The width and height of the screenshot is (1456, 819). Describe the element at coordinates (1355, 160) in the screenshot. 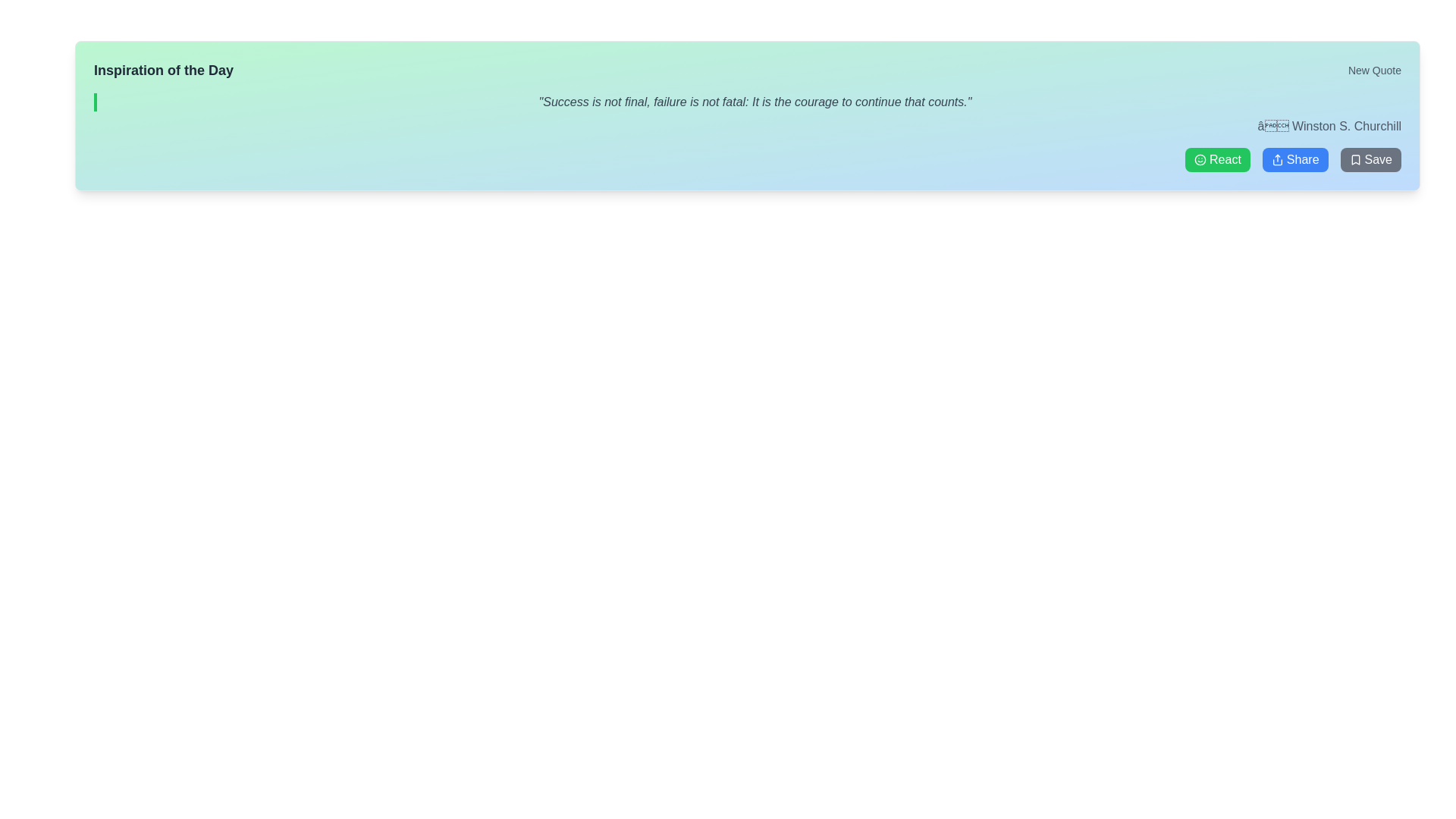

I see `the bookmark icon located within the 'Save' button, which is positioned on the right side of the interface next to the 'Save' label` at that location.